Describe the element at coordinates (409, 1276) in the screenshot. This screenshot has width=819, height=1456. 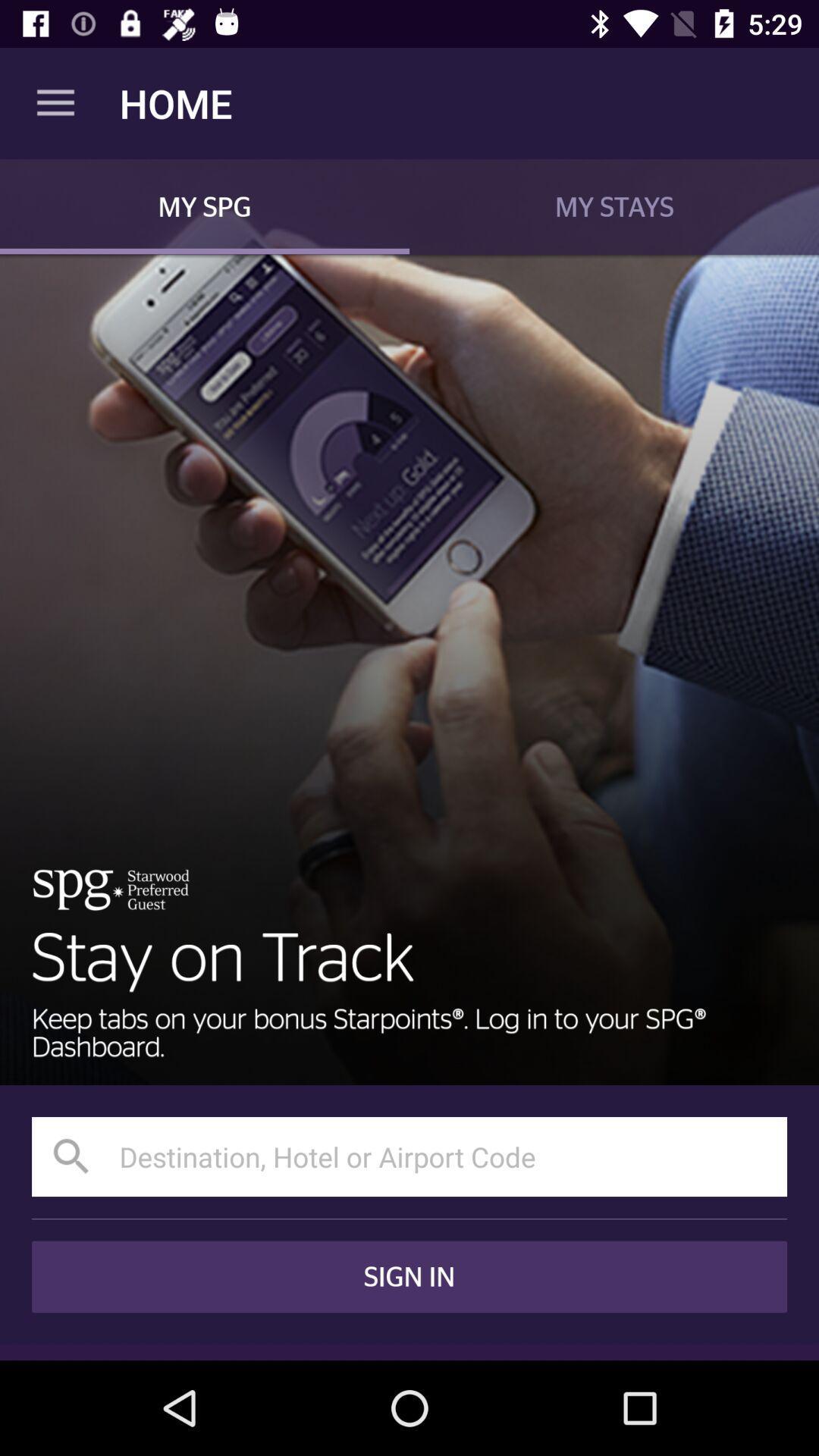
I see `the sign in` at that location.